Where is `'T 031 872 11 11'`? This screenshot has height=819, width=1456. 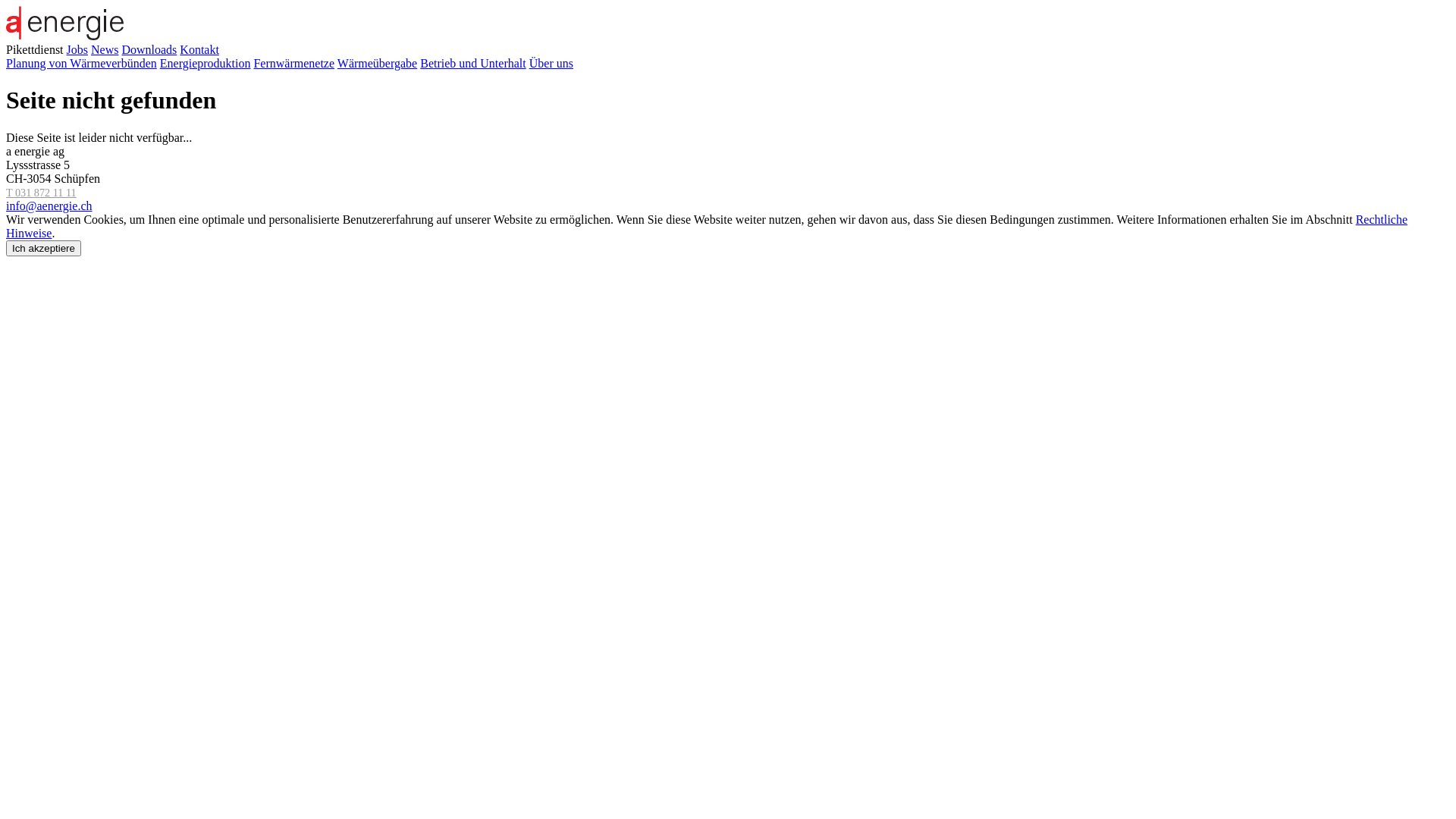 'T 031 872 11 11' is located at coordinates (41, 192).